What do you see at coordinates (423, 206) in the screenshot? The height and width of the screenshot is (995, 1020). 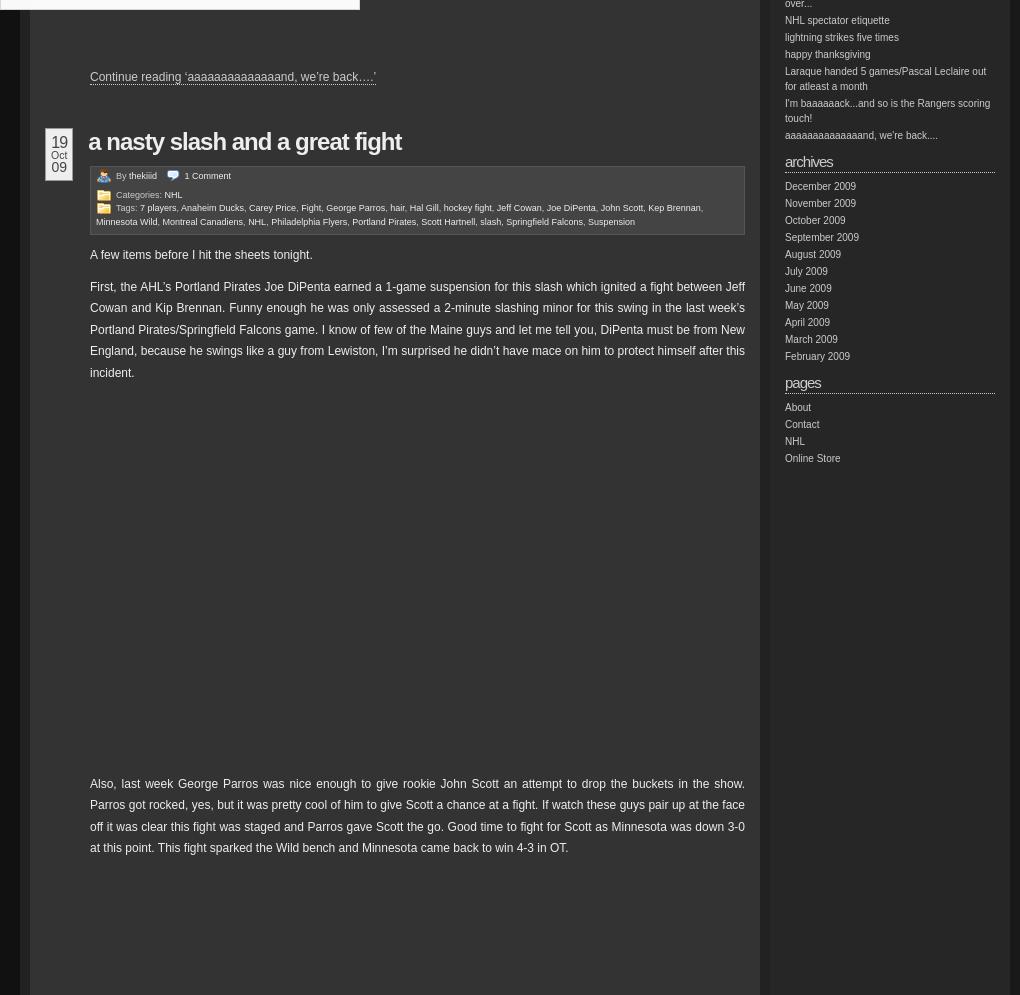 I see `'Hal Gill'` at bounding box center [423, 206].